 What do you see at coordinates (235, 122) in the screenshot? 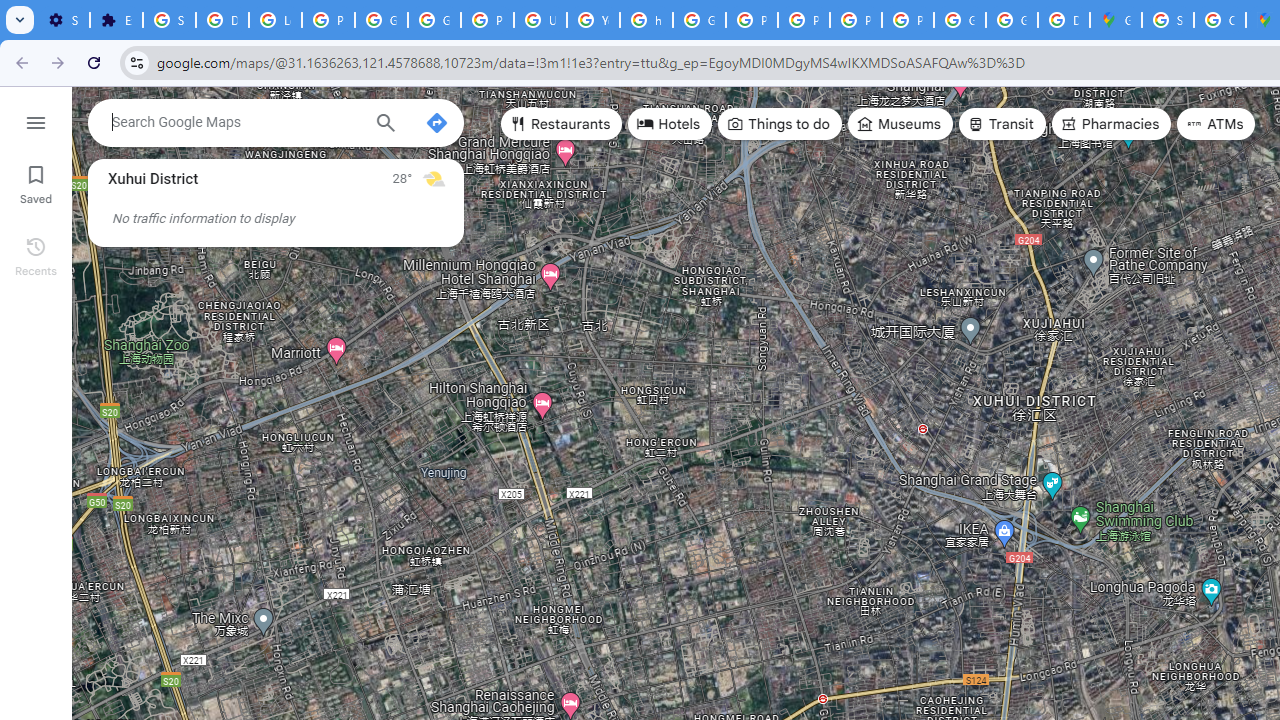
I see `'Search Google Maps'` at bounding box center [235, 122].